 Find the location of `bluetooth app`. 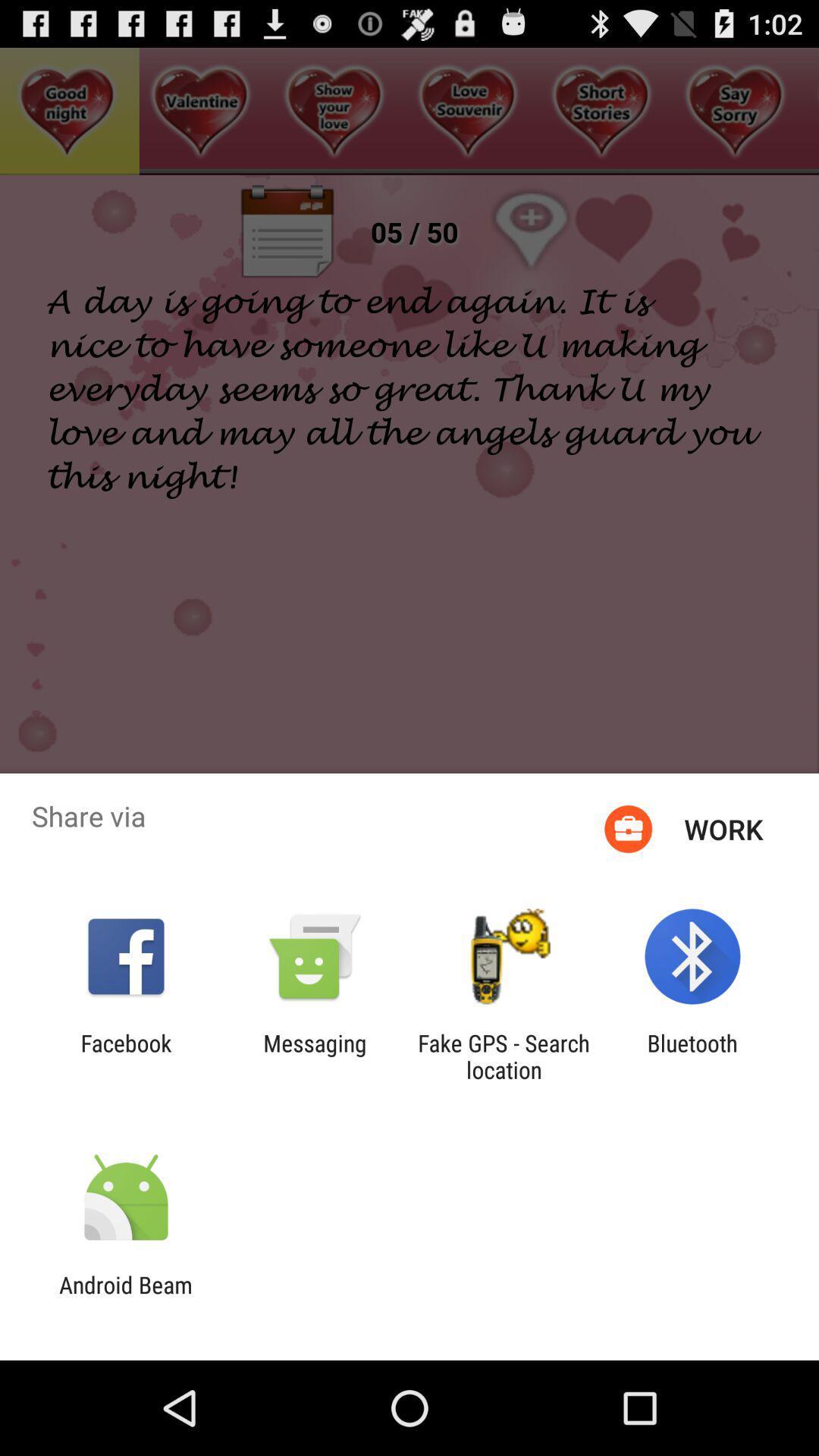

bluetooth app is located at coordinates (692, 1056).